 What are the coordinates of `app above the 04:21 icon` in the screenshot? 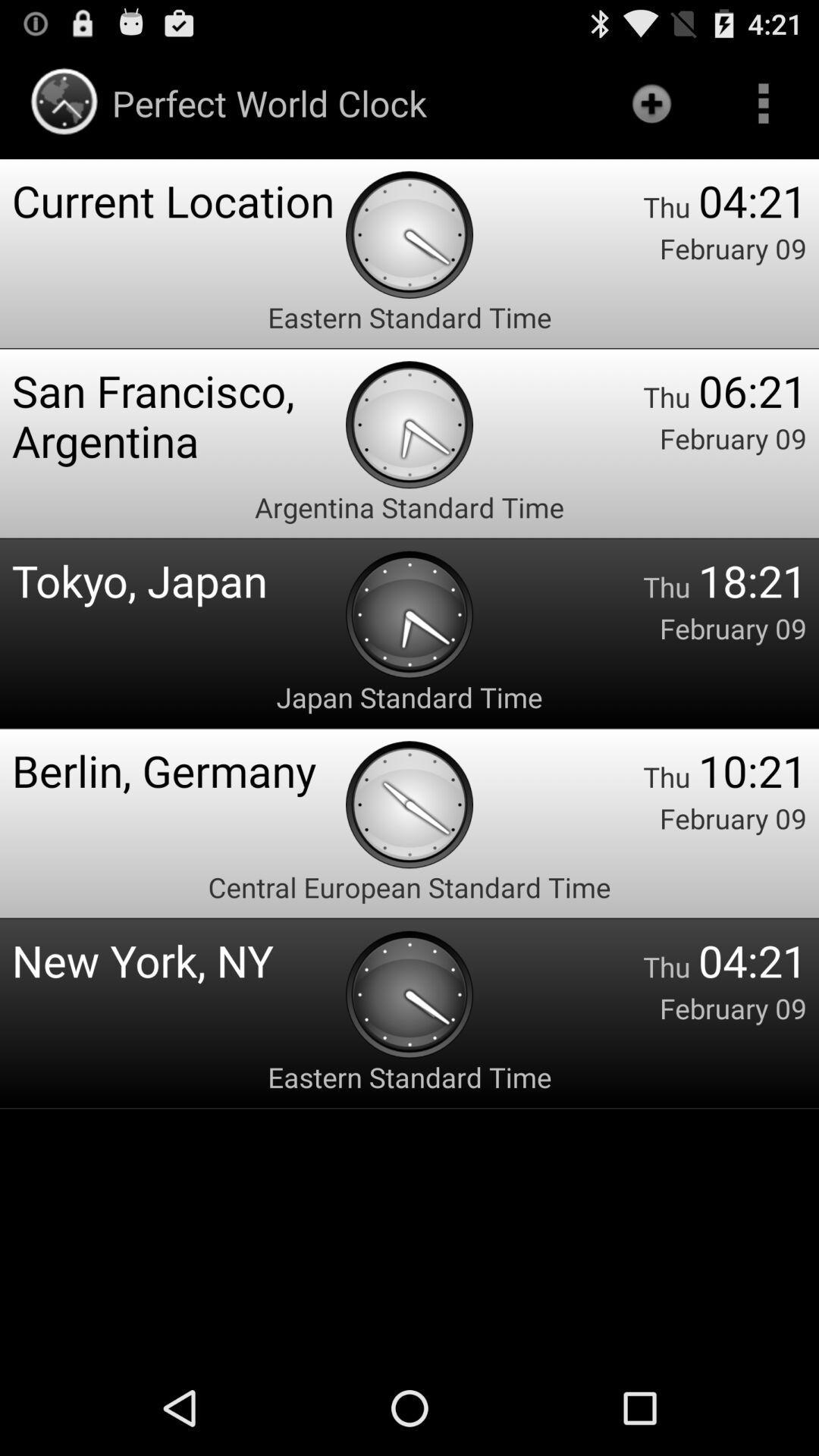 It's located at (763, 102).